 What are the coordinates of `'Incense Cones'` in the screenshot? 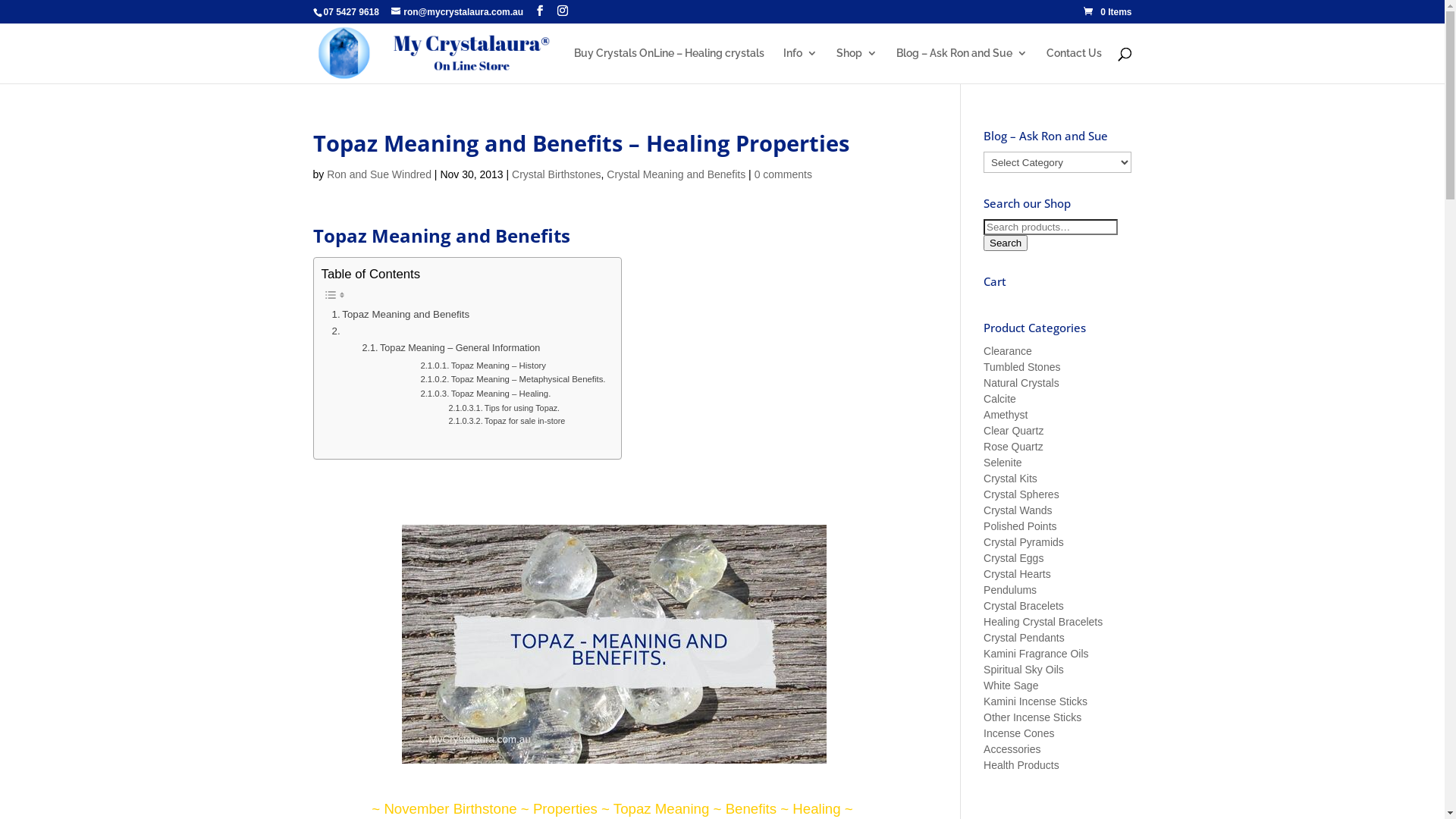 It's located at (1018, 733).